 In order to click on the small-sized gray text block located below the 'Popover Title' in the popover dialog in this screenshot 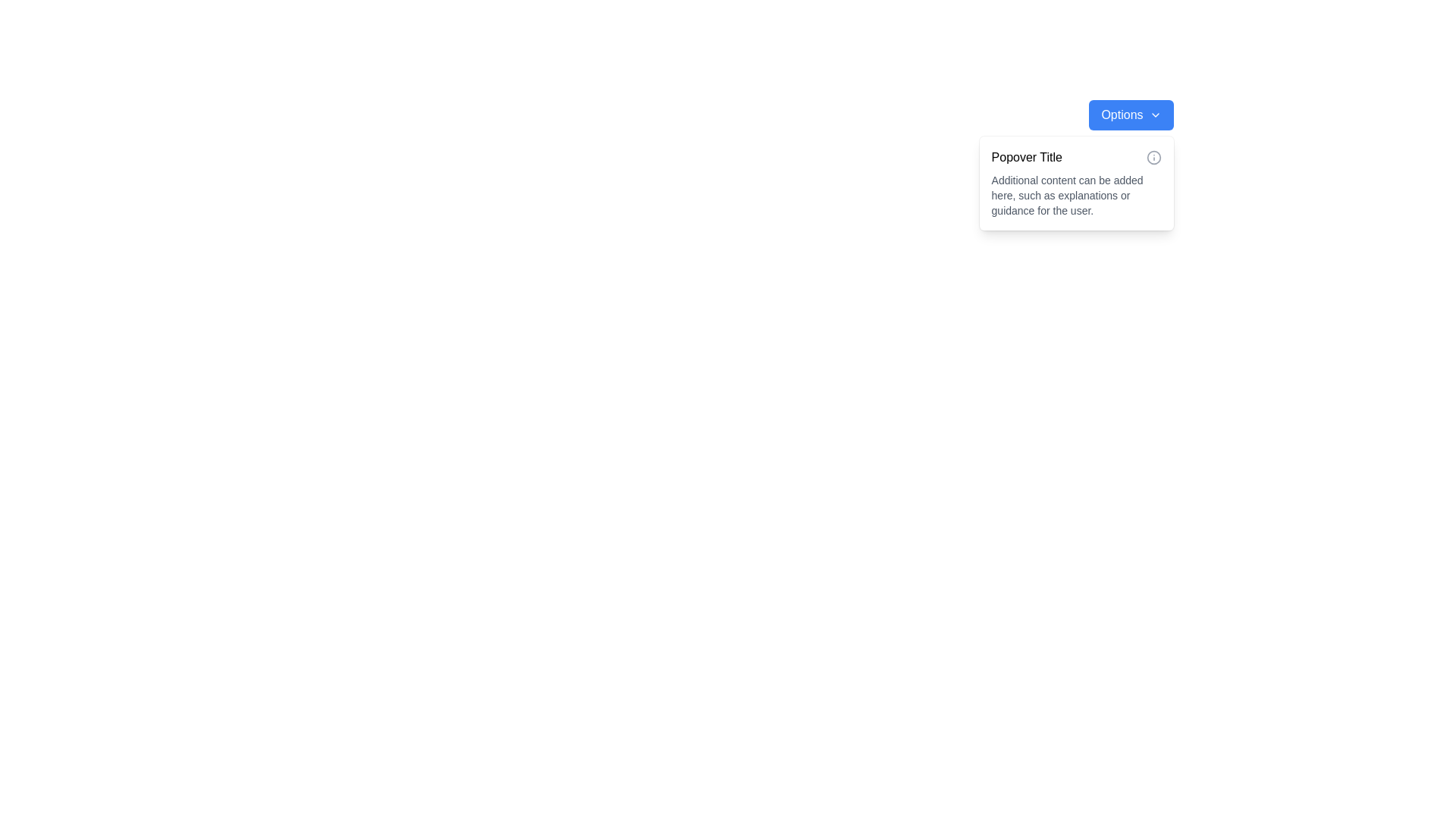, I will do `click(1075, 195)`.